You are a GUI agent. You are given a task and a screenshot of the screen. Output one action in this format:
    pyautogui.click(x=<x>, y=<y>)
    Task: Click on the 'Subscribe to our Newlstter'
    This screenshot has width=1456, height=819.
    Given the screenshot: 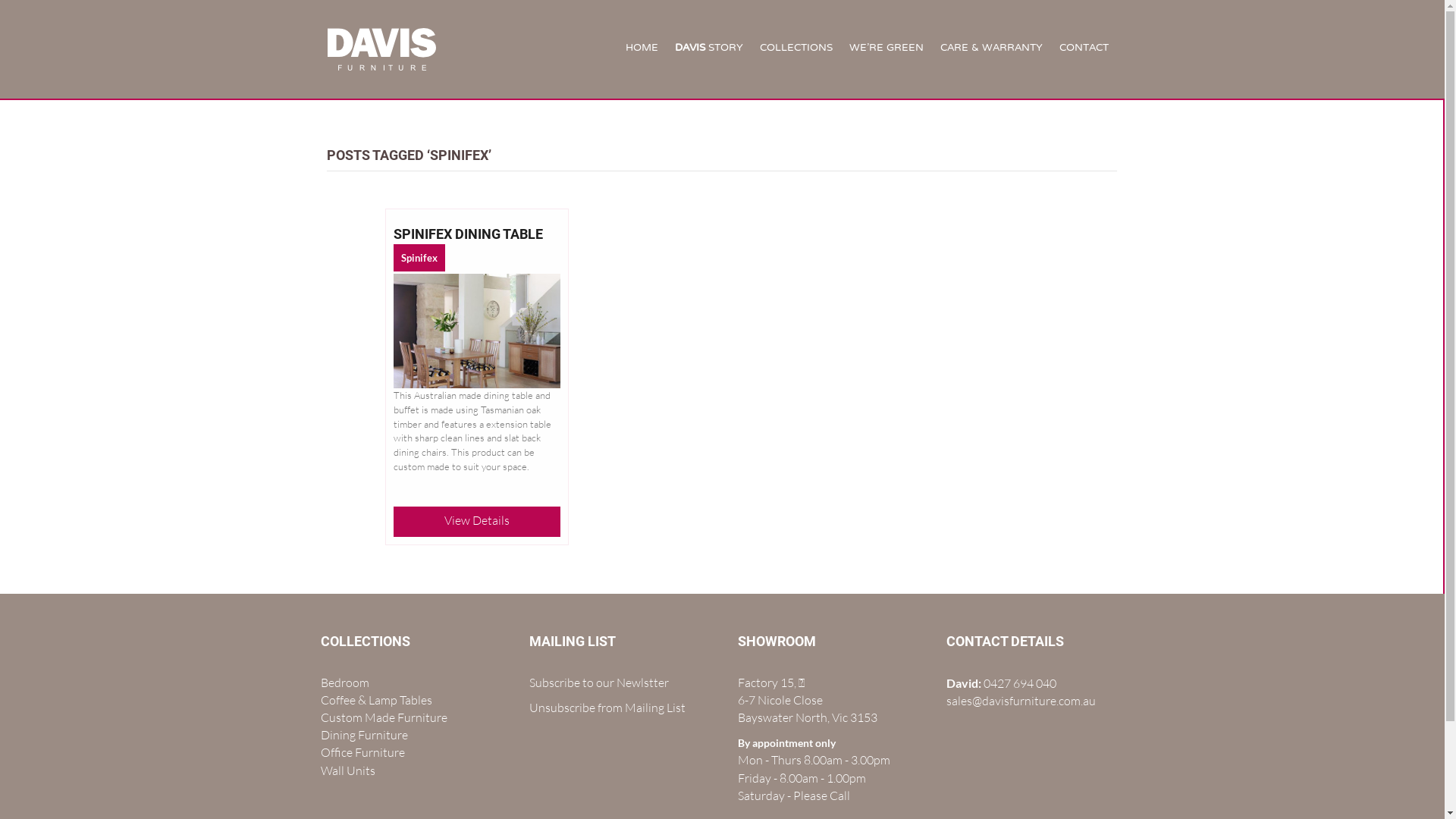 What is the action you would take?
    pyautogui.click(x=598, y=681)
    